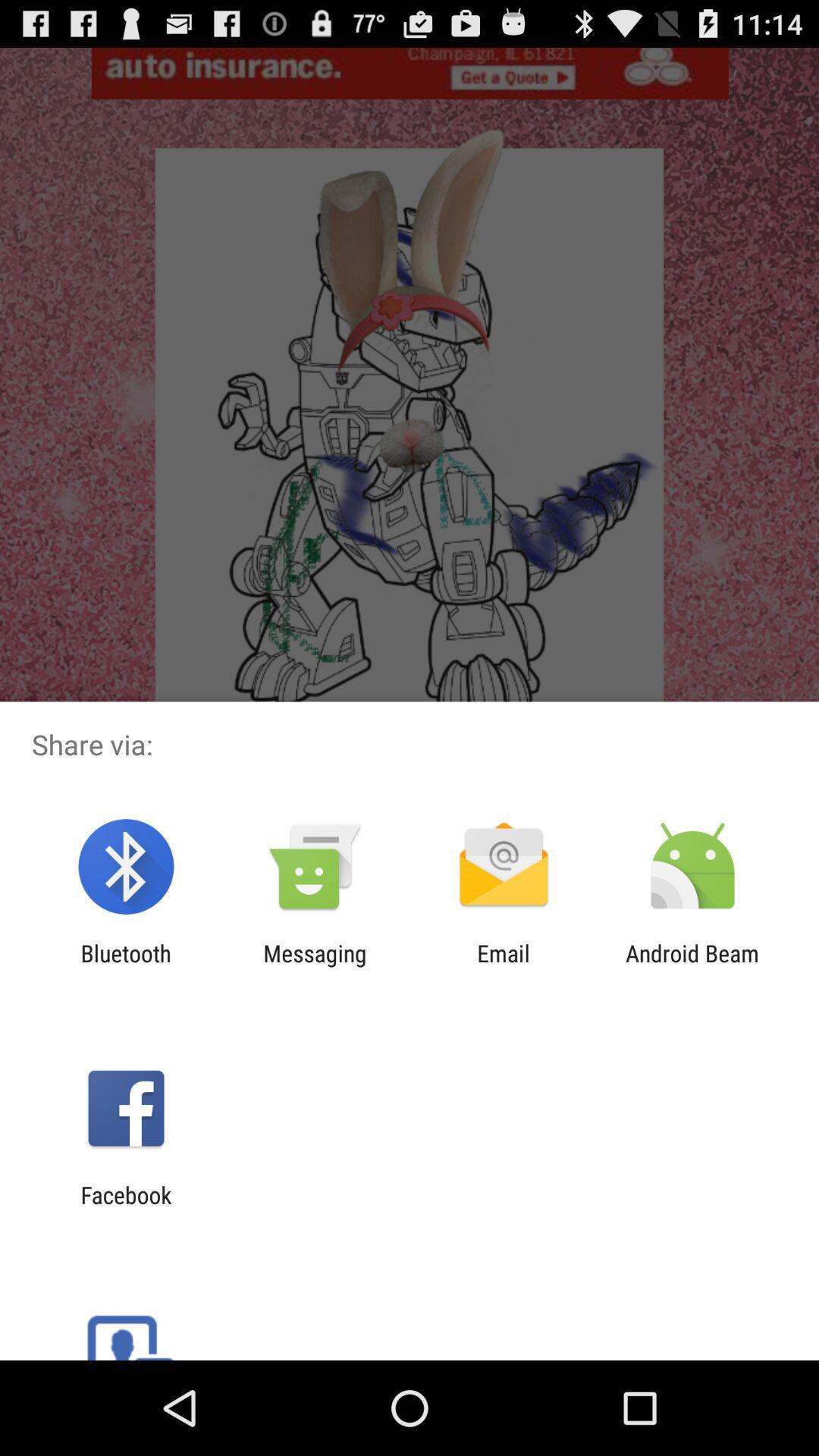  What do you see at coordinates (504, 966) in the screenshot?
I see `email item` at bounding box center [504, 966].